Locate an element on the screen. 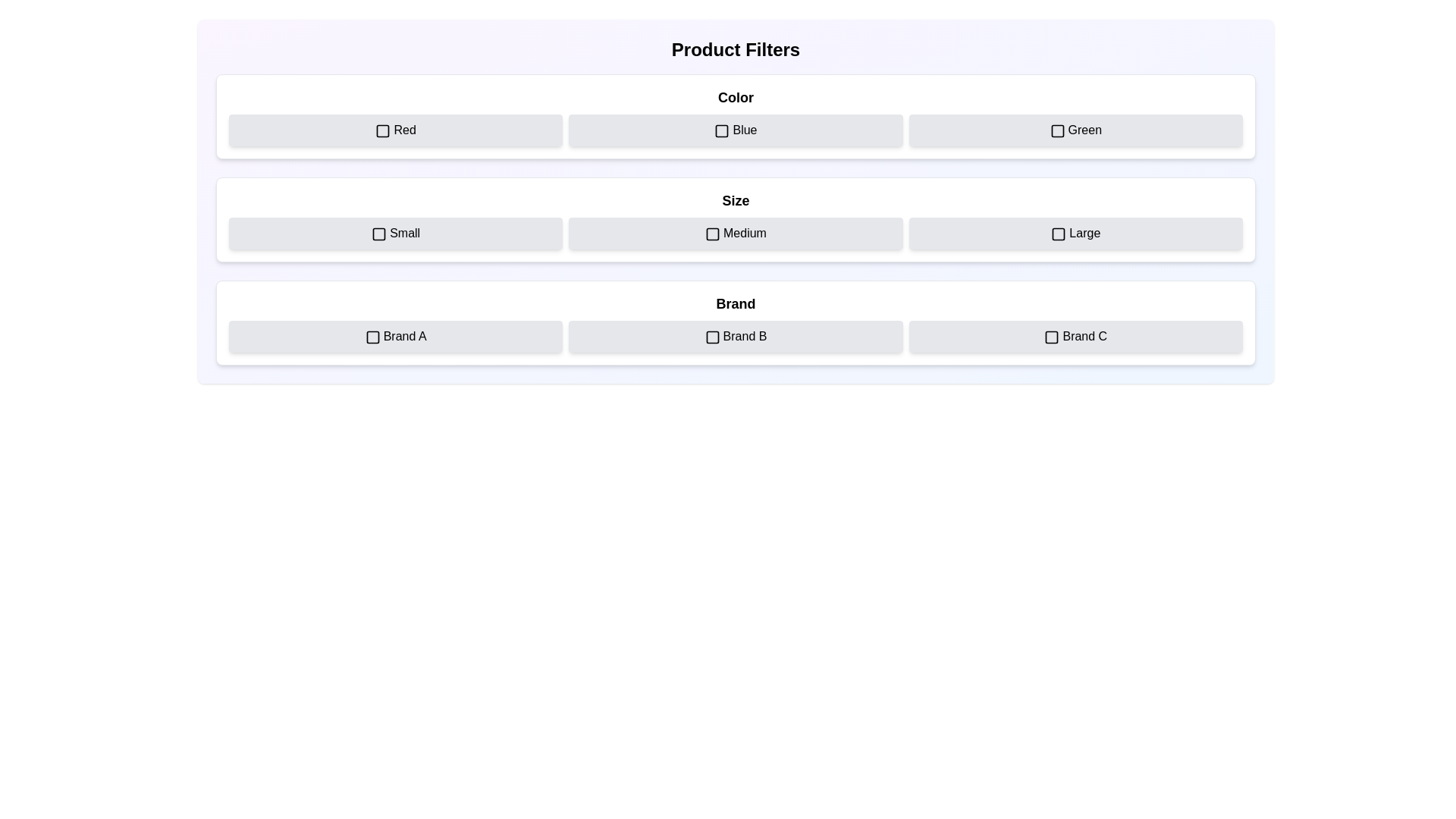 This screenshot has height=819, width=1456. the 'Brand B' button, which is the second button in a row of three in the 'Brand' section is located at coordinates (736, 335).